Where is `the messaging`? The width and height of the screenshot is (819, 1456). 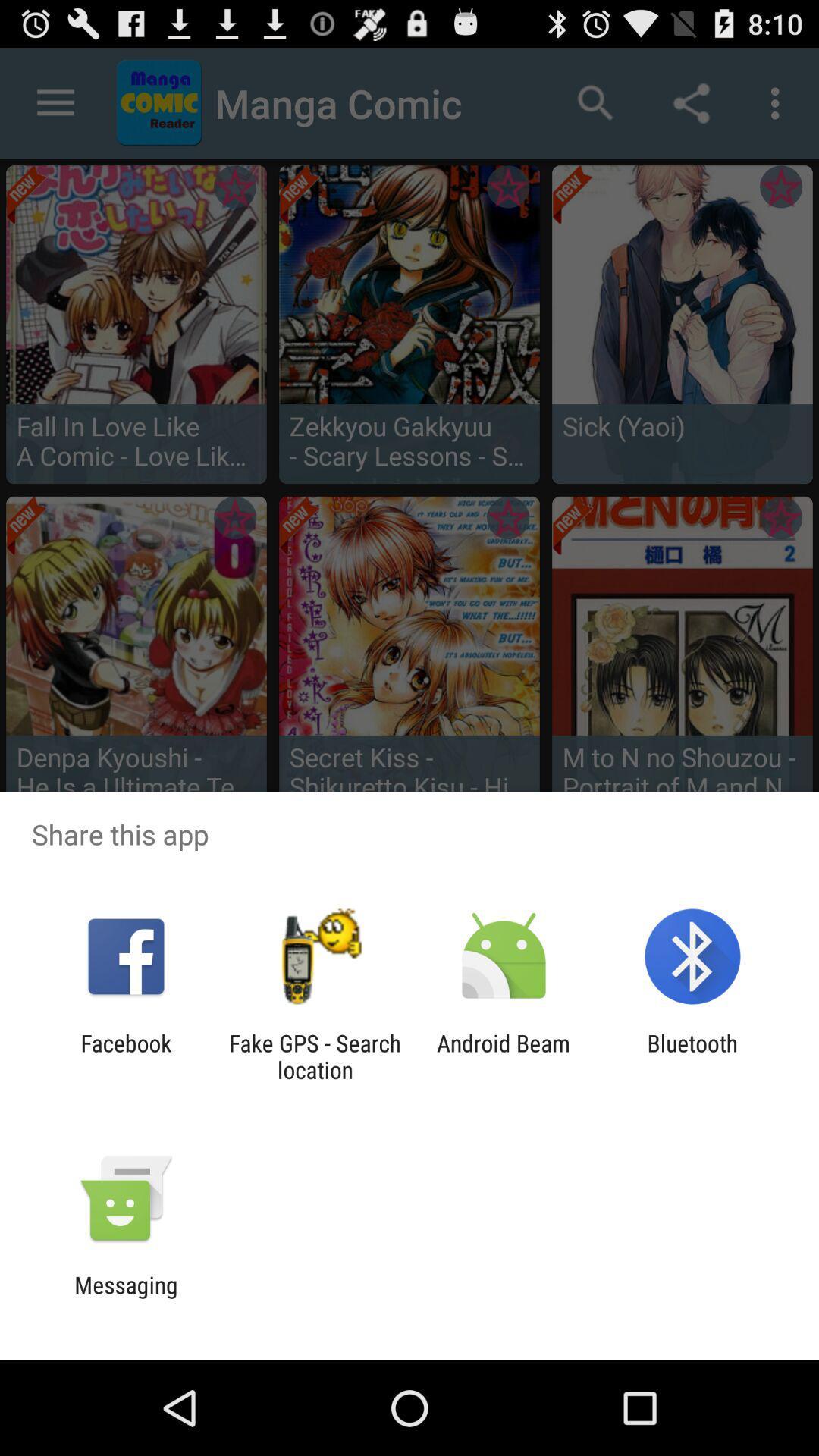 the messaging is located at coordinates (125, 1298).